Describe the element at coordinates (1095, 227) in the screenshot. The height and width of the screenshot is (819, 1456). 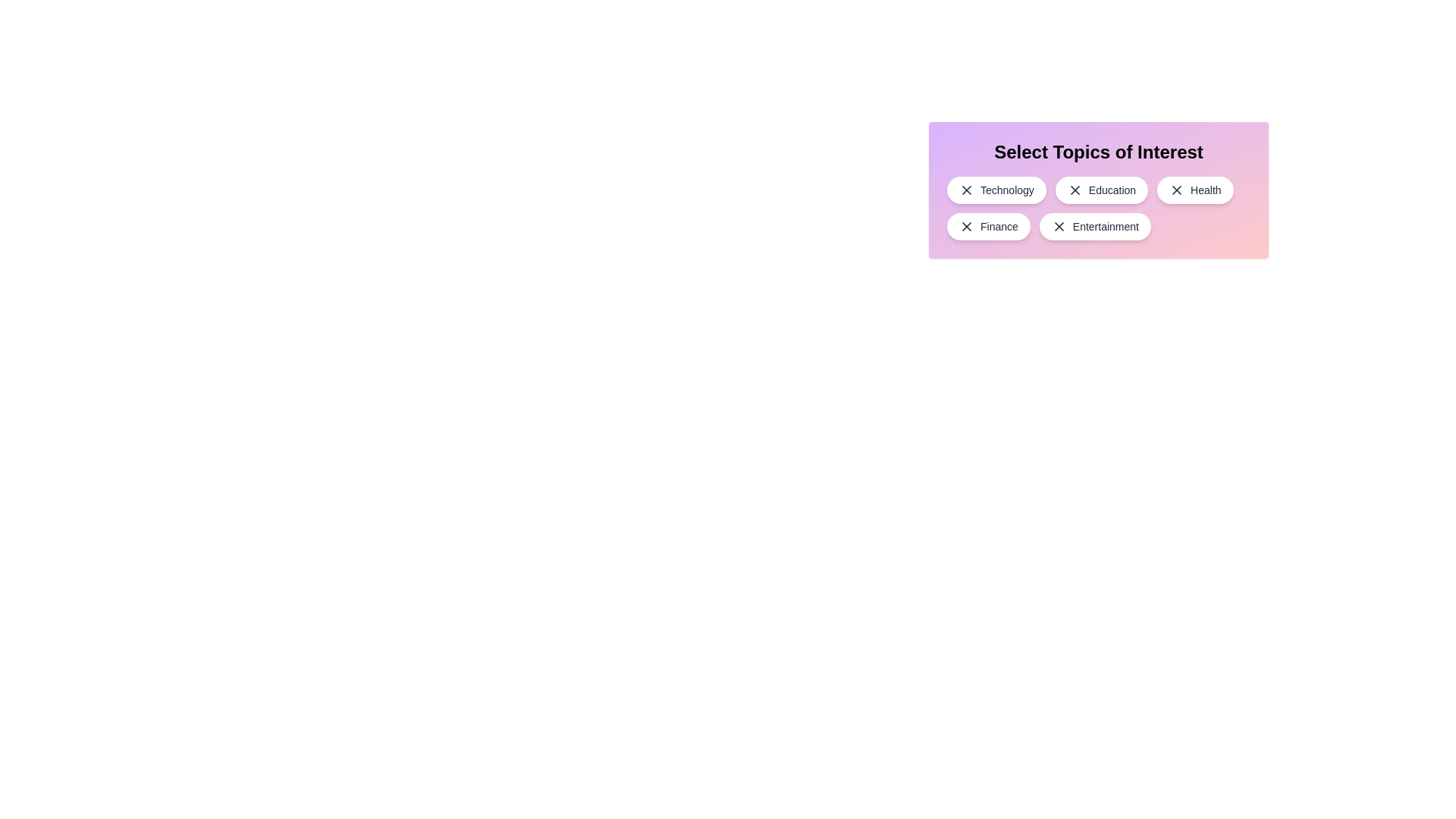
I see `the topic Entertainment by clicking on it` at that location.